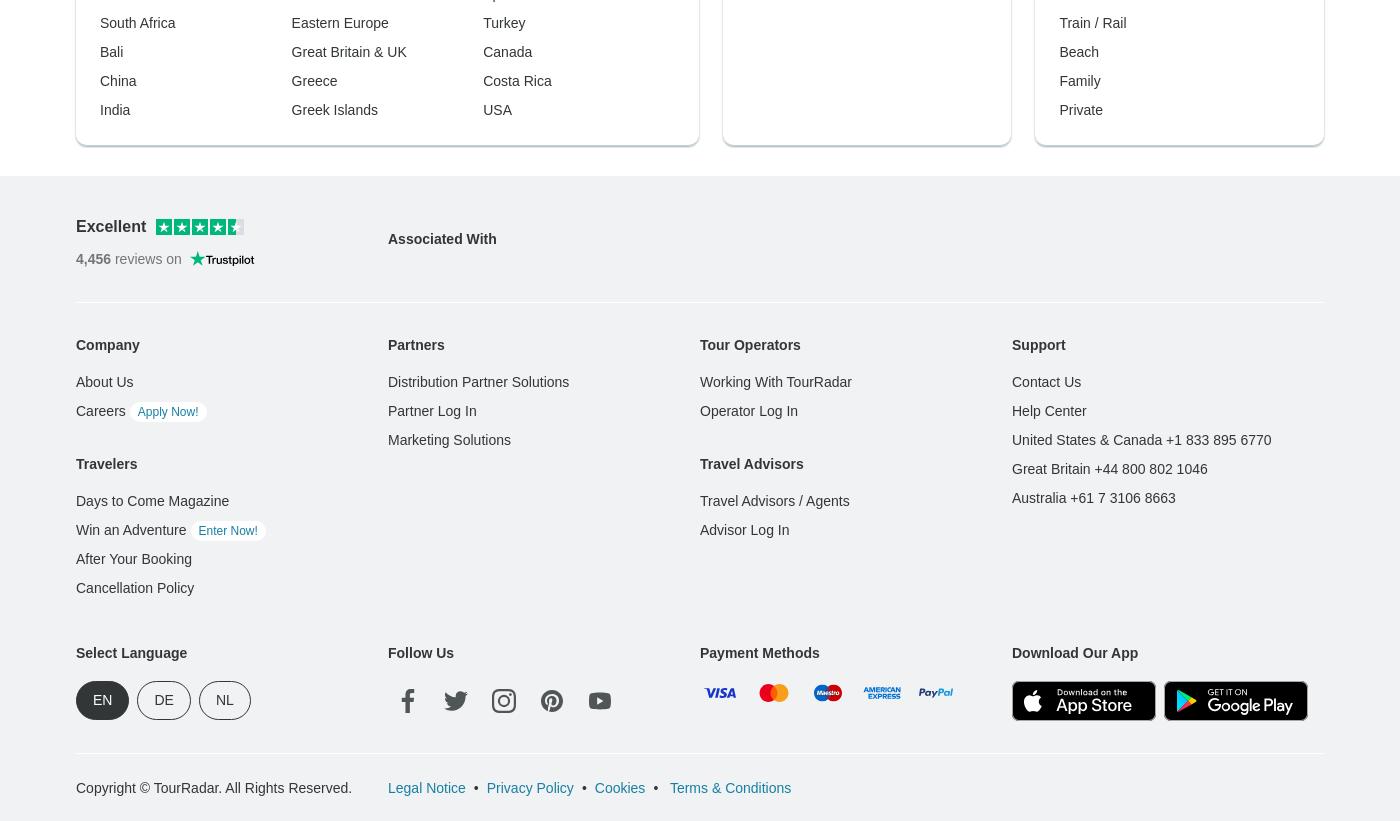 This screenshot has width=1400, height=821. Describe the element at coordinates (107, 21) in the screenshot. I see `'Company'` at that location.